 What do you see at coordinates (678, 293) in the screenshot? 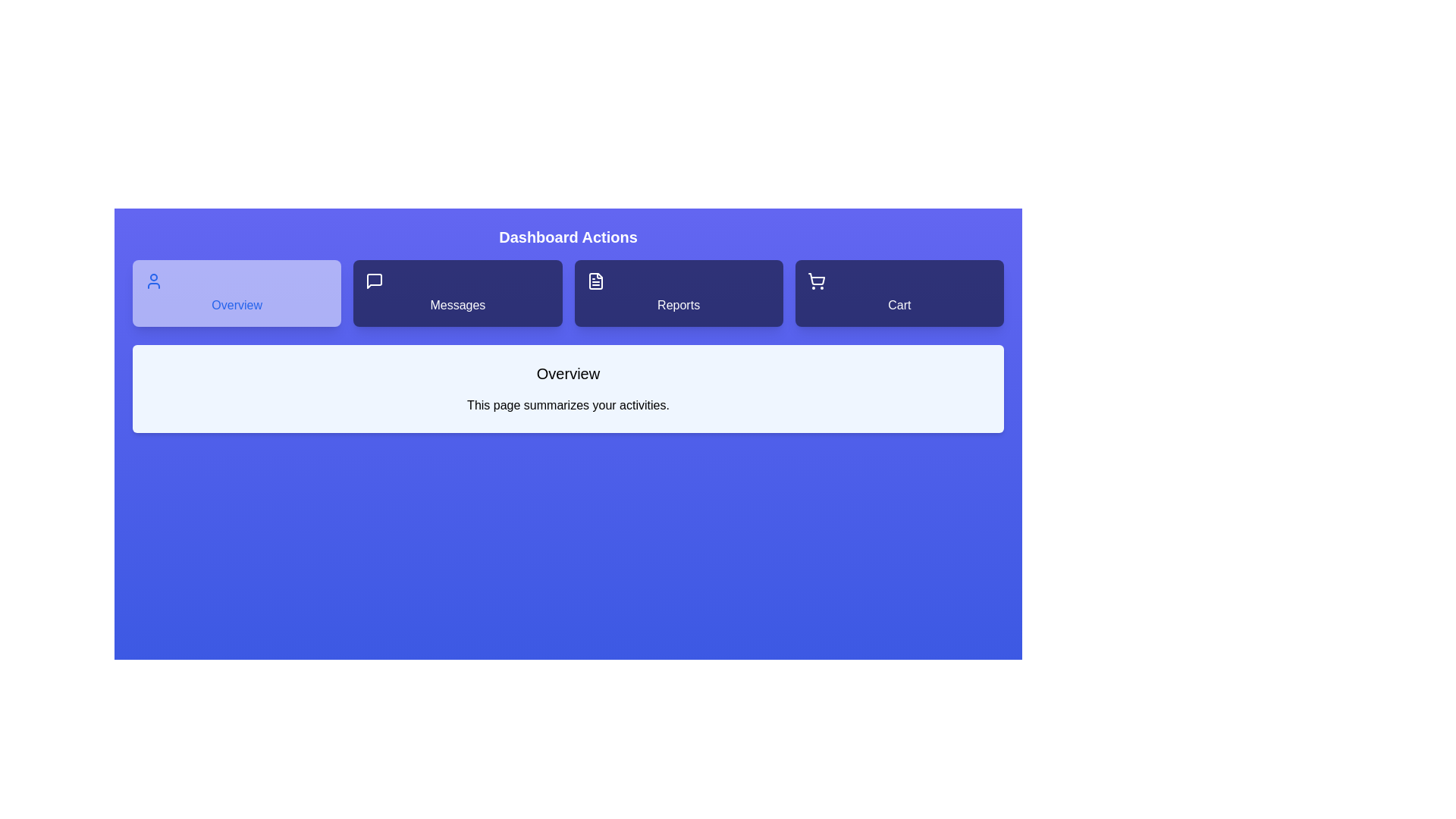
I see `the tab labeled Reports to observe its hover effect` at bounding box center [678, 293].